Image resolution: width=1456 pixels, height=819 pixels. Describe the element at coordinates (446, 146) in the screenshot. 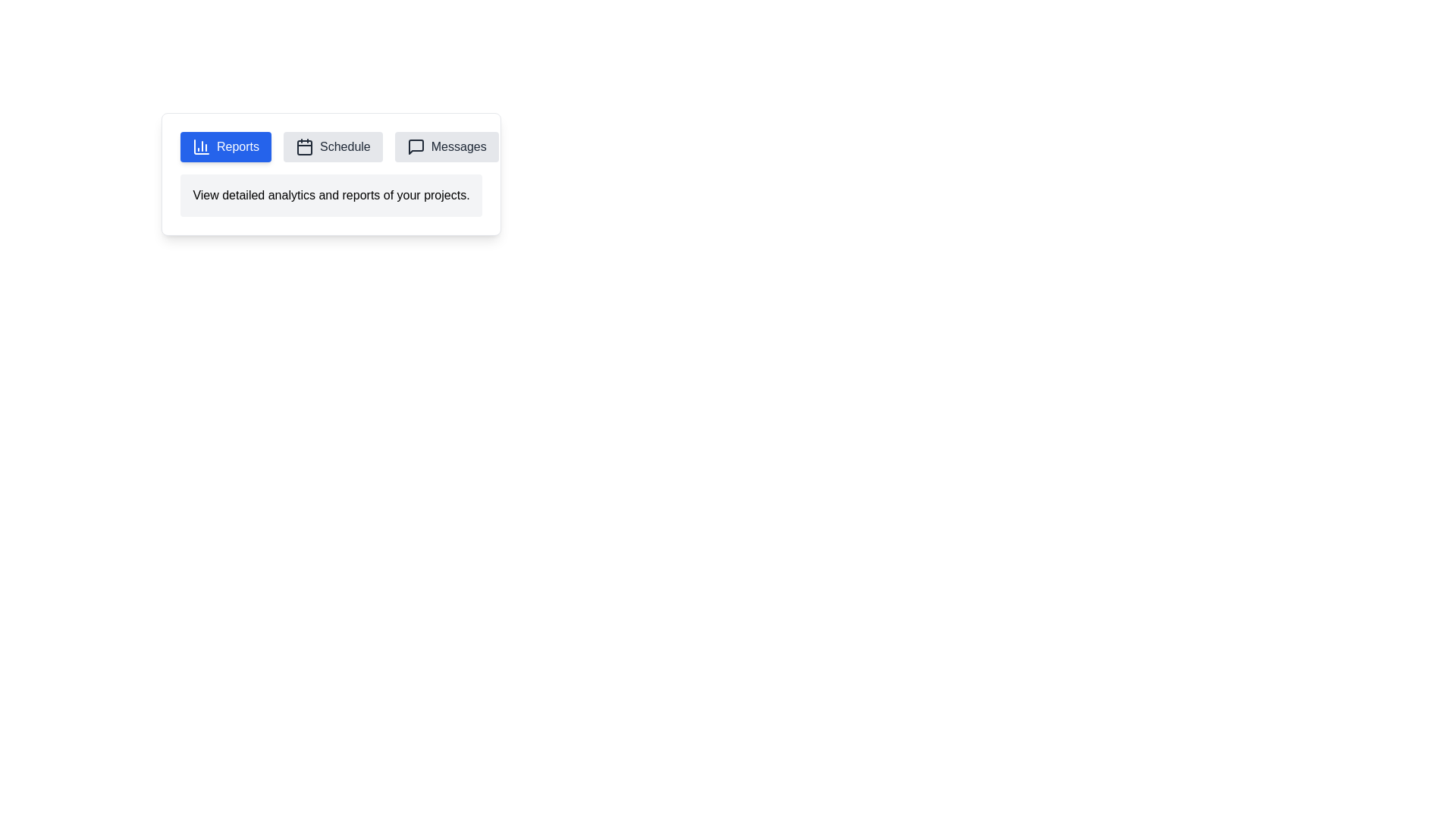

I see `the tab labeled Messages` at that location.